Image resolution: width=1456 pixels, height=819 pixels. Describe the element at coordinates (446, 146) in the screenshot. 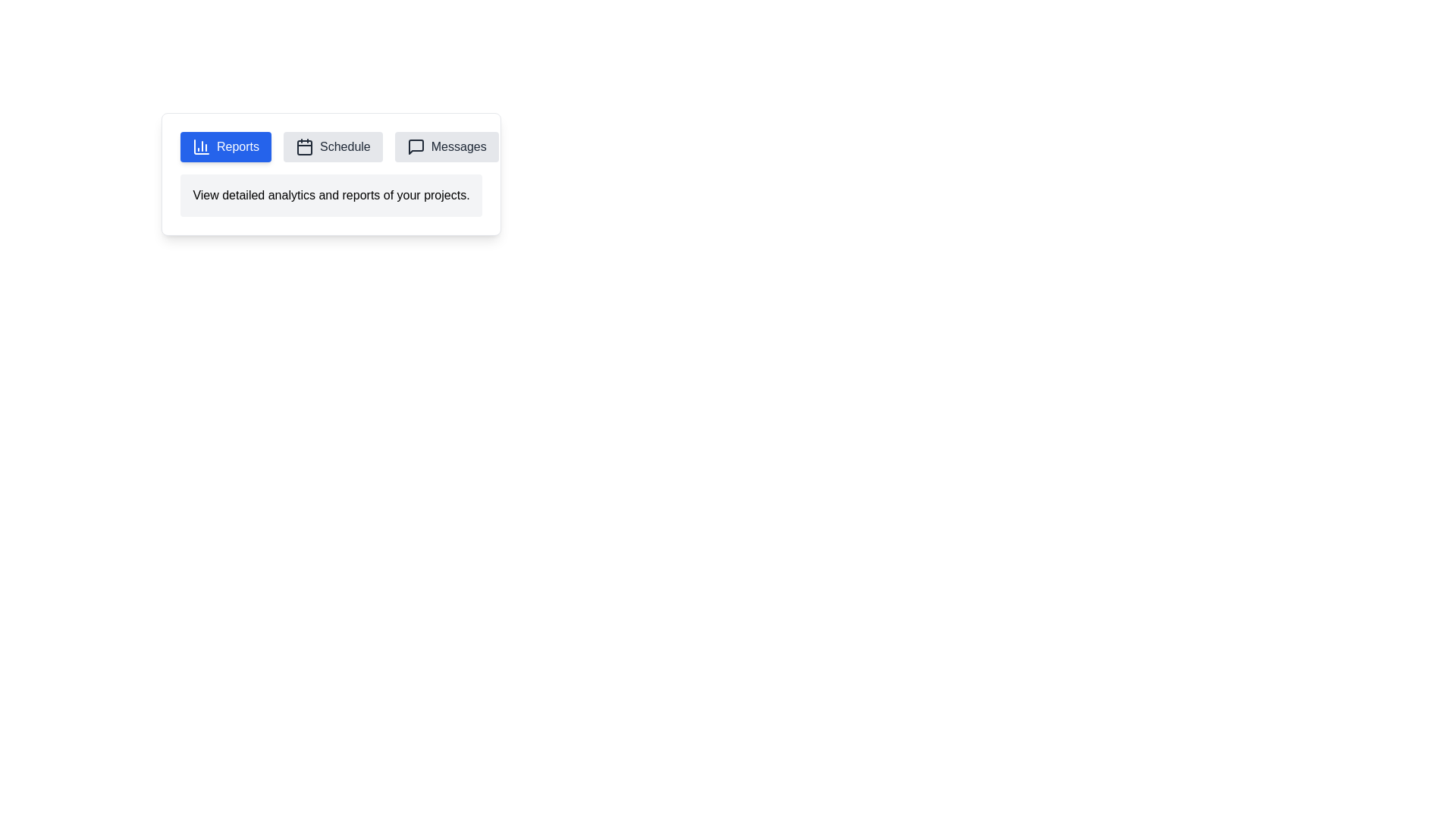

I see `the tab labeled Messages` at that location.